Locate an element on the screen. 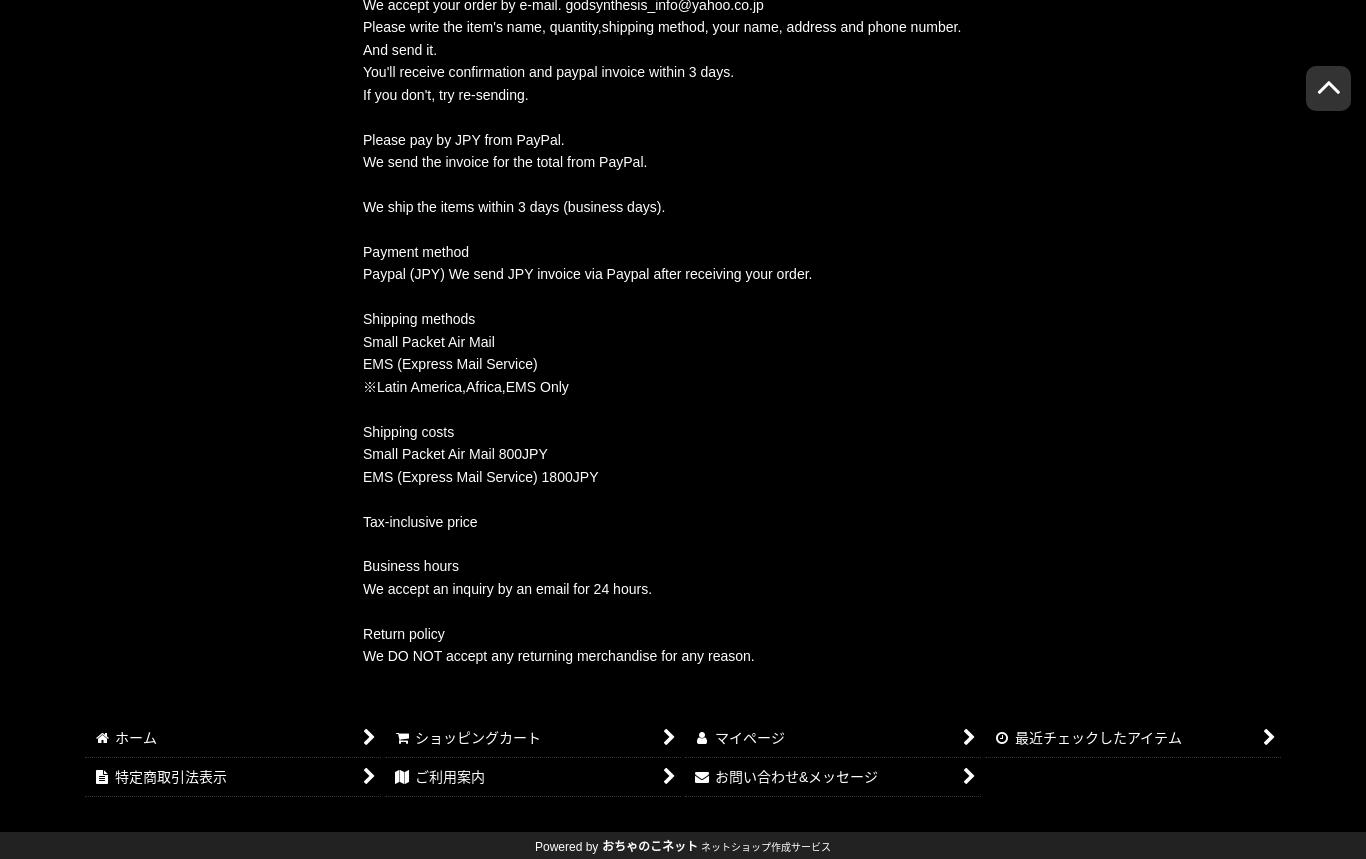  'We ship the items within 3 days (business days).' is located at coordinates (514, 205).